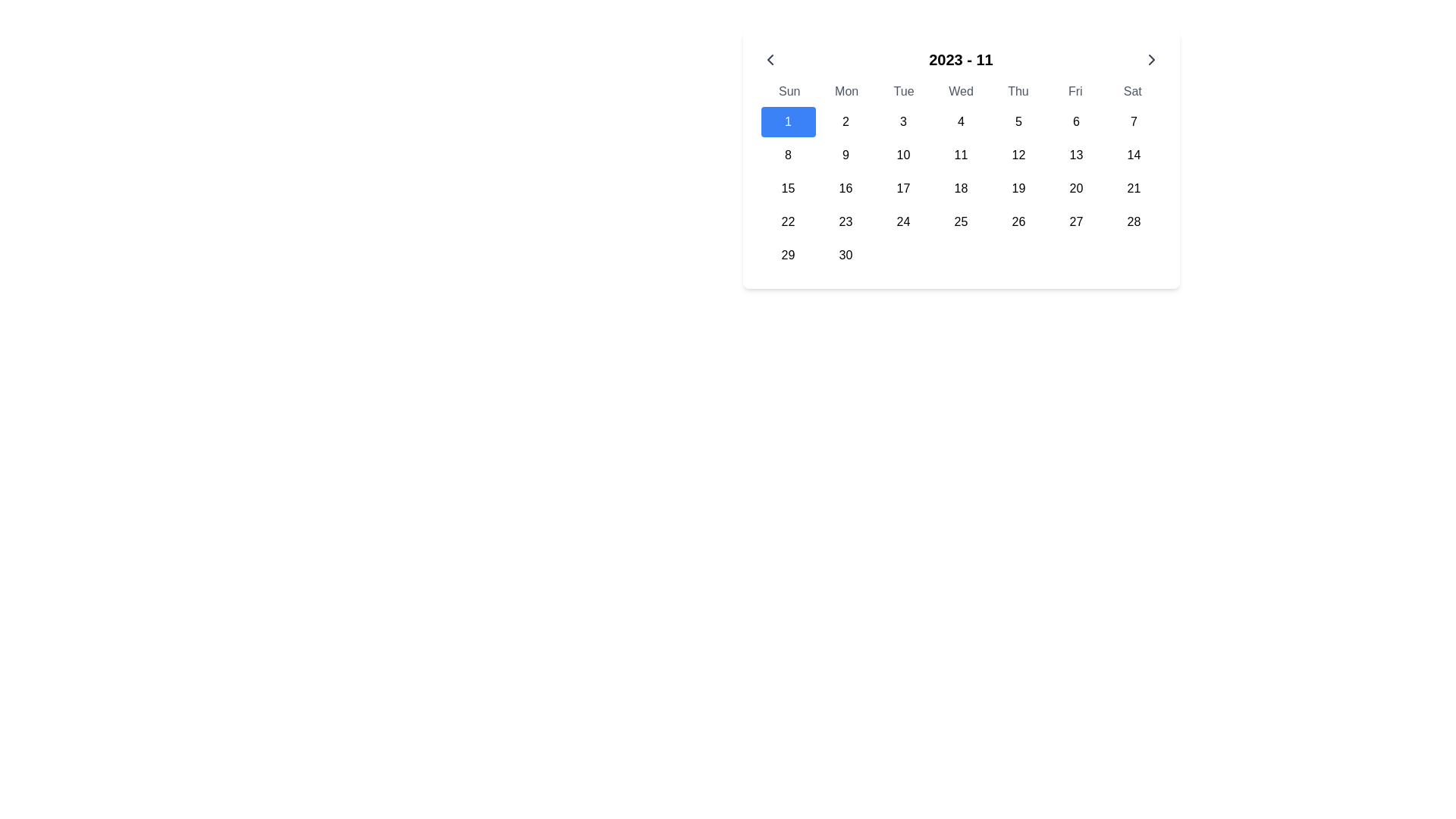 The height and width of the screenshot is (819, 1456). Describe the element at coordinates (1152, 58) in the screenshot. I see `the button located at the far right of the calendar navigation header` at that location.